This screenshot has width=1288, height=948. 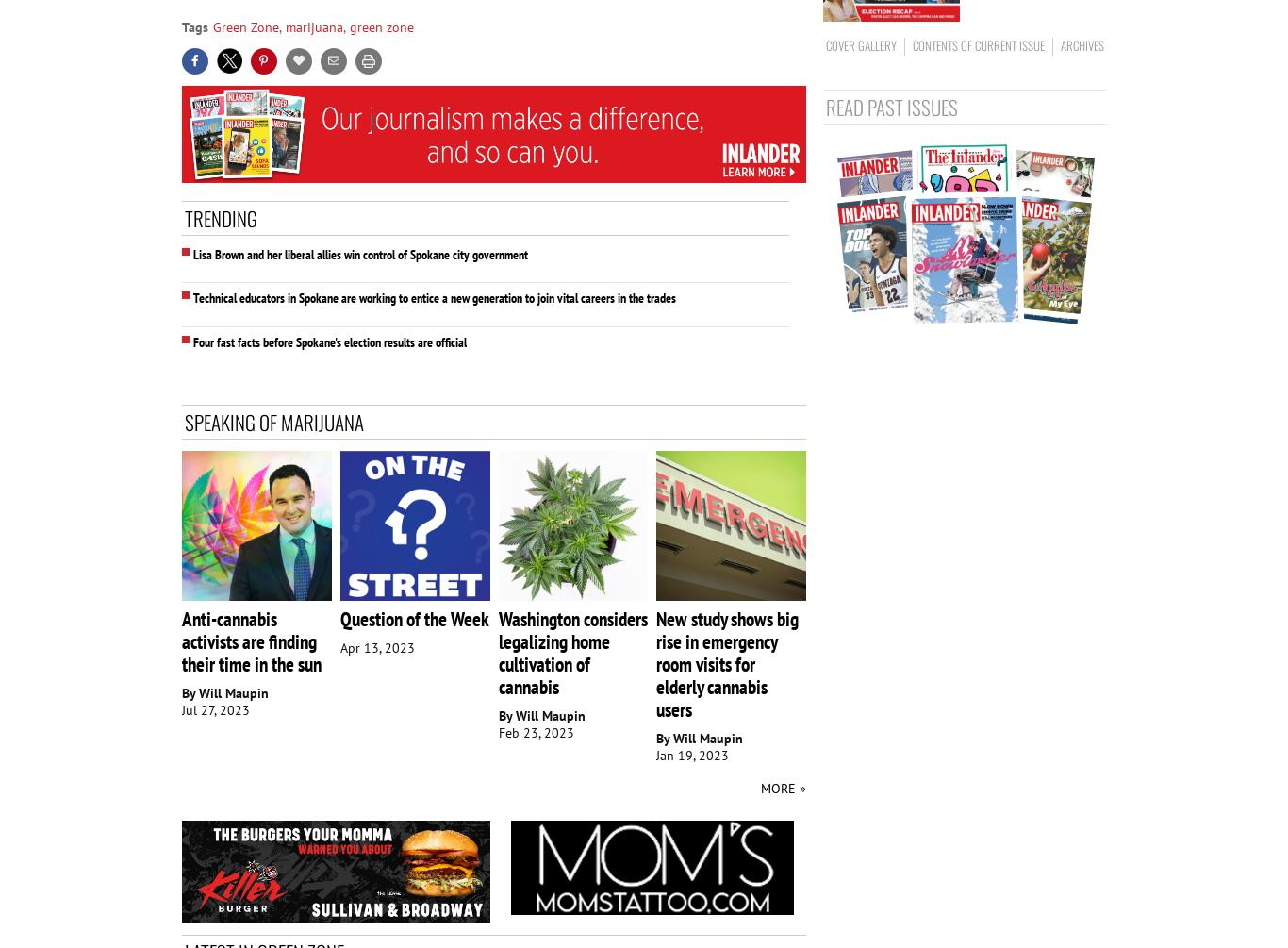 What do you see at coordinates (692, 754) in the screenshot?
I see `'Jan 19, 2023'` at bounding box center [692, 754].